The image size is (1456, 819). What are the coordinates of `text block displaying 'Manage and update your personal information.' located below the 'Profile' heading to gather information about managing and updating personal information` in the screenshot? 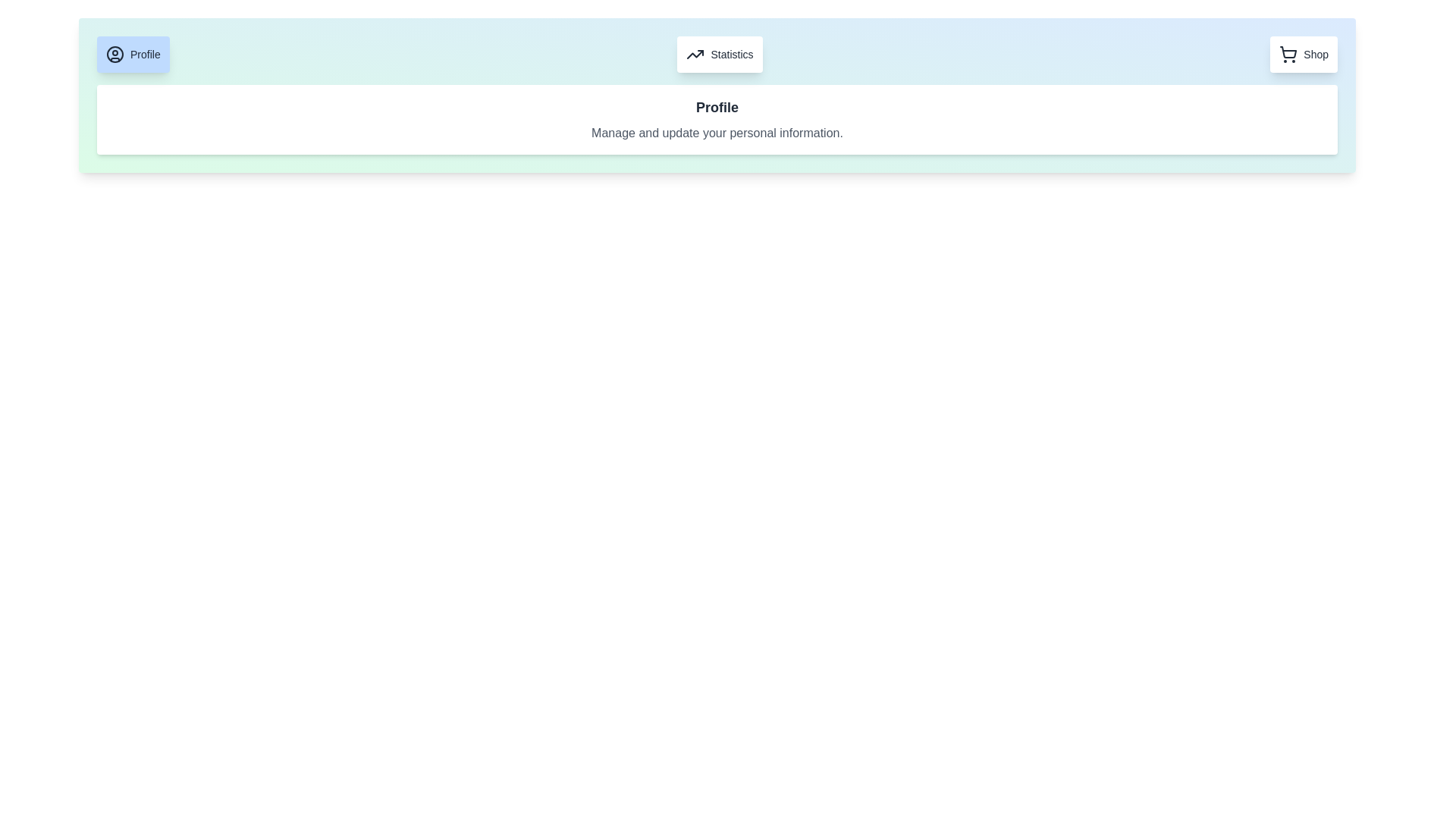 It's located at (716, 133).